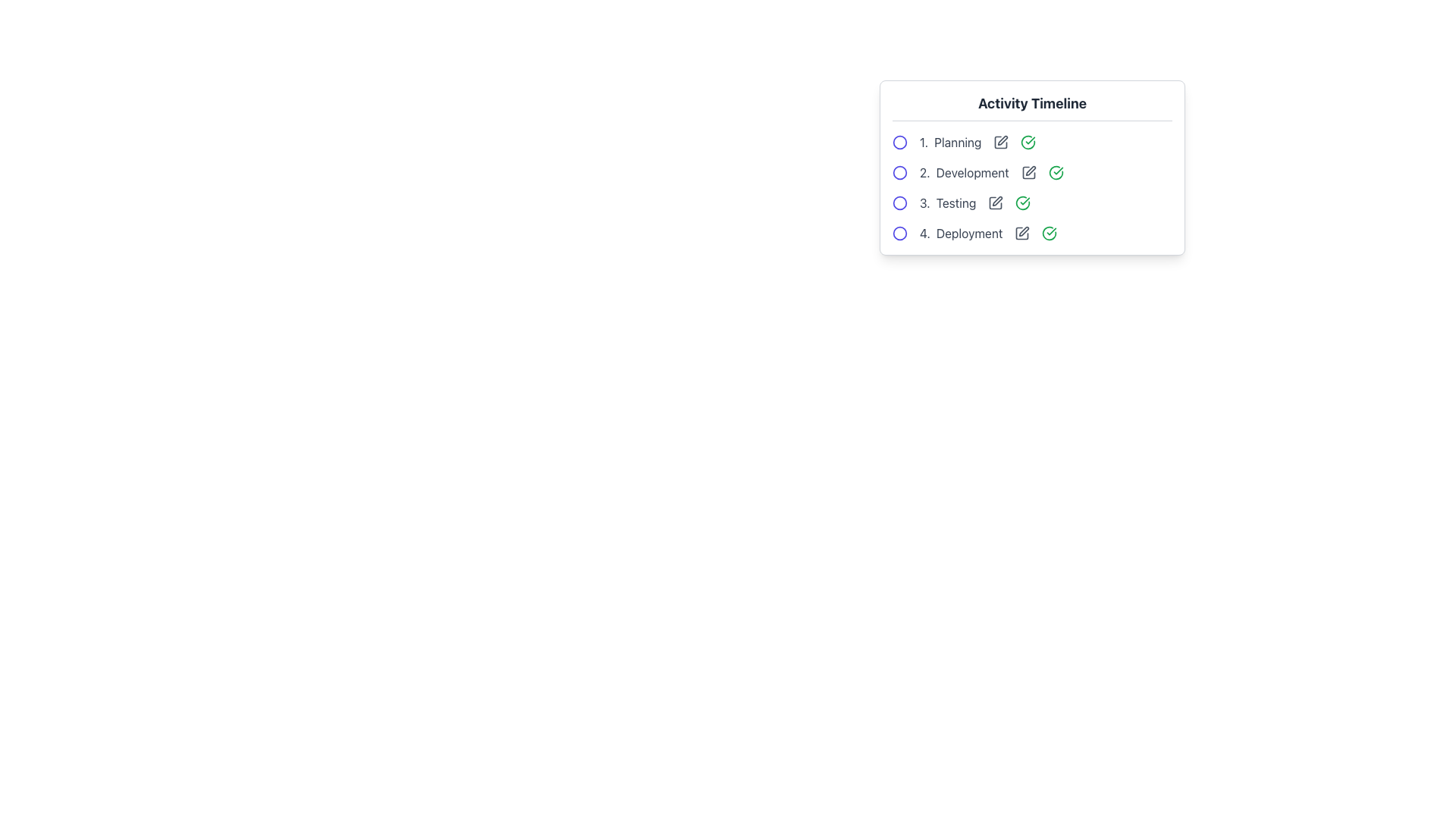  What do you see at coordinates (1055, 171) in the screenshot?
I see `the status-indicative styling of the 'Development' activity icon located in the second row of the 'Activity Timeline' interface` at bounding box center [1055, 171].